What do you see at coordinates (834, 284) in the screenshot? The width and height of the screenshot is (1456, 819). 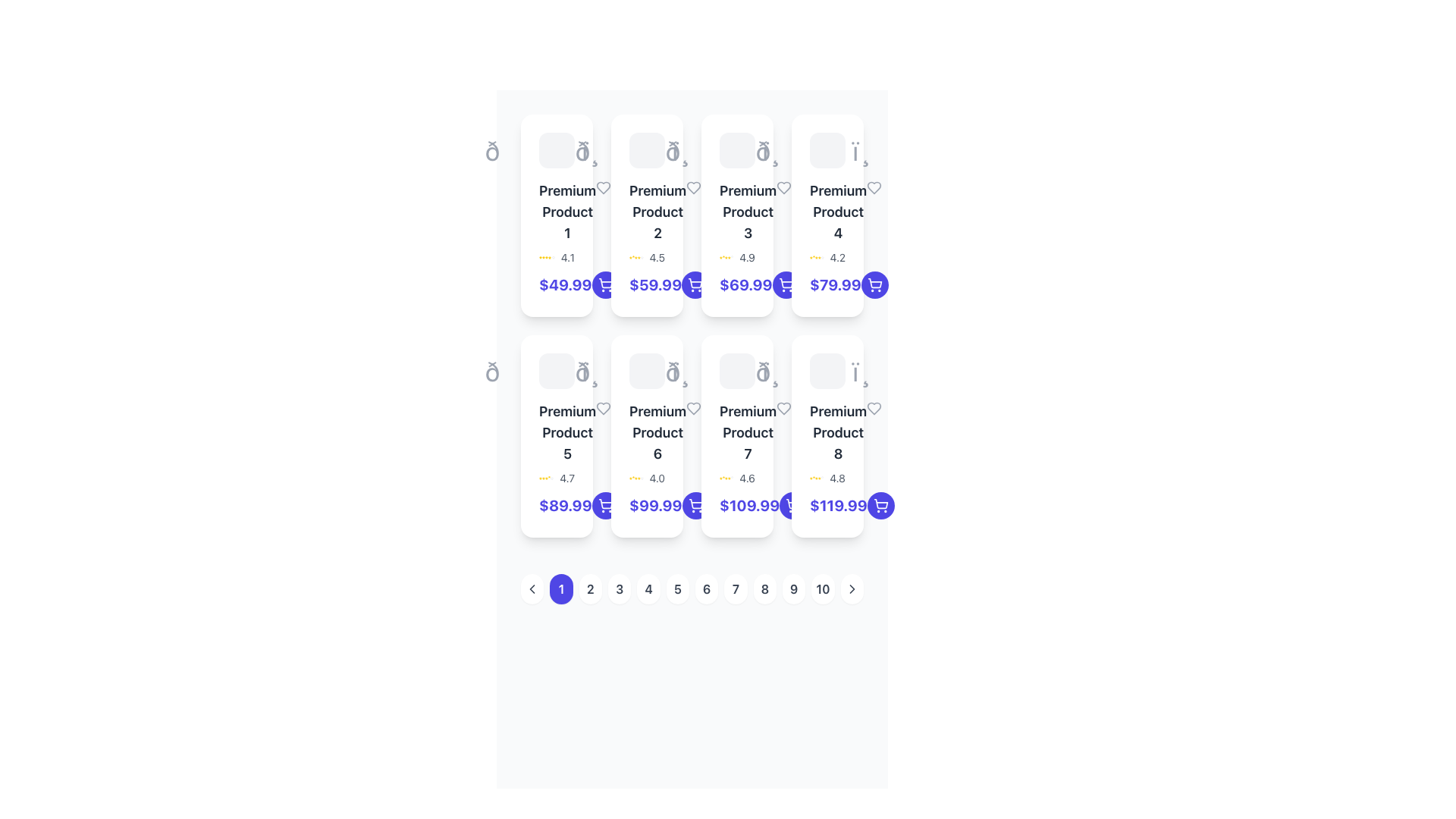 I see `the Text Display that shows the price of the highlighted product located in the fourth product card, positioned at the bottom-center of the card` at bounding box center [834, 284].